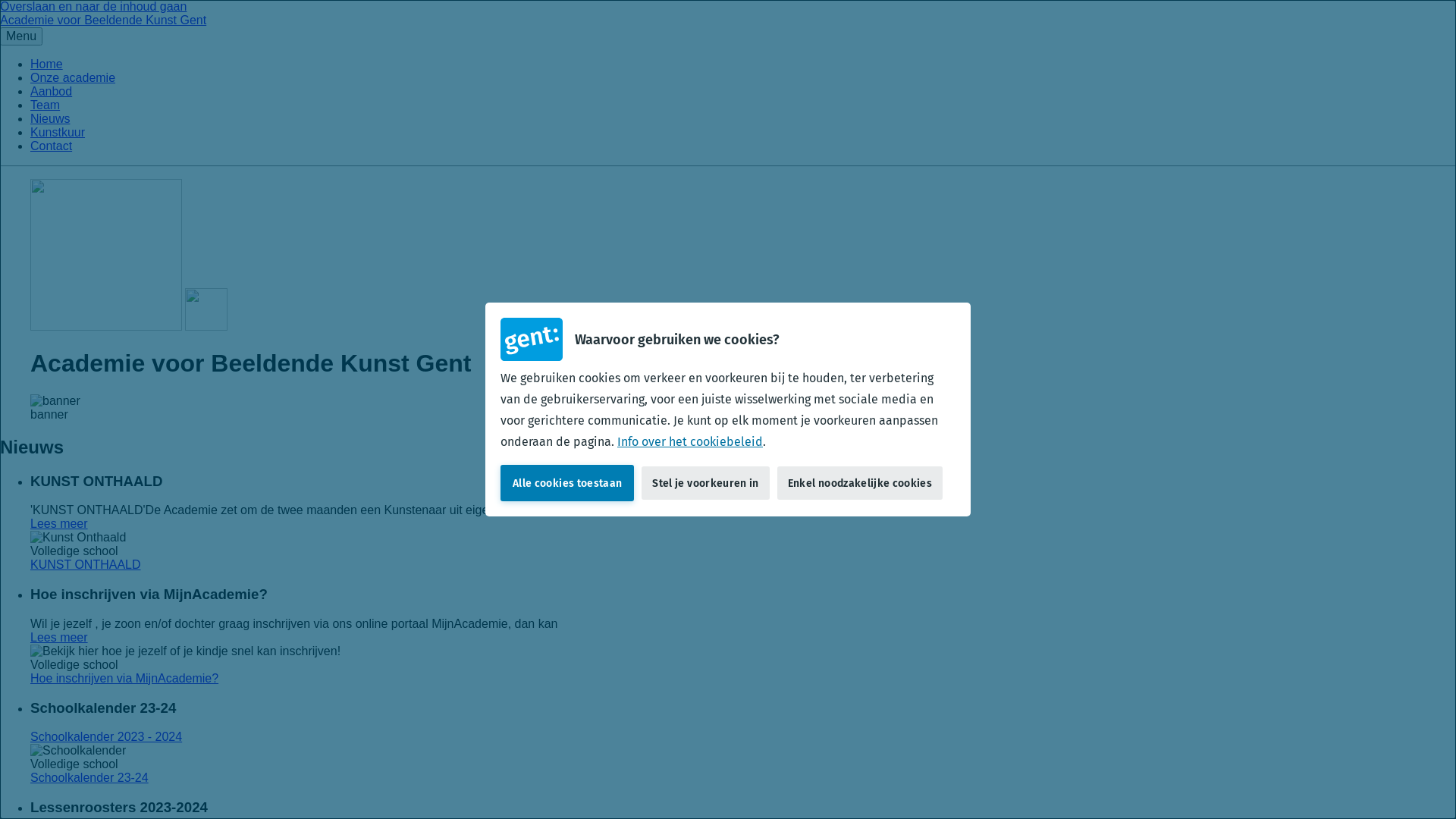 This screenshot has height=819, width=1456. Describe the element at coordinates (566, 482) in the screenshot. I see `'Alle cookies toestaan'` at that location.